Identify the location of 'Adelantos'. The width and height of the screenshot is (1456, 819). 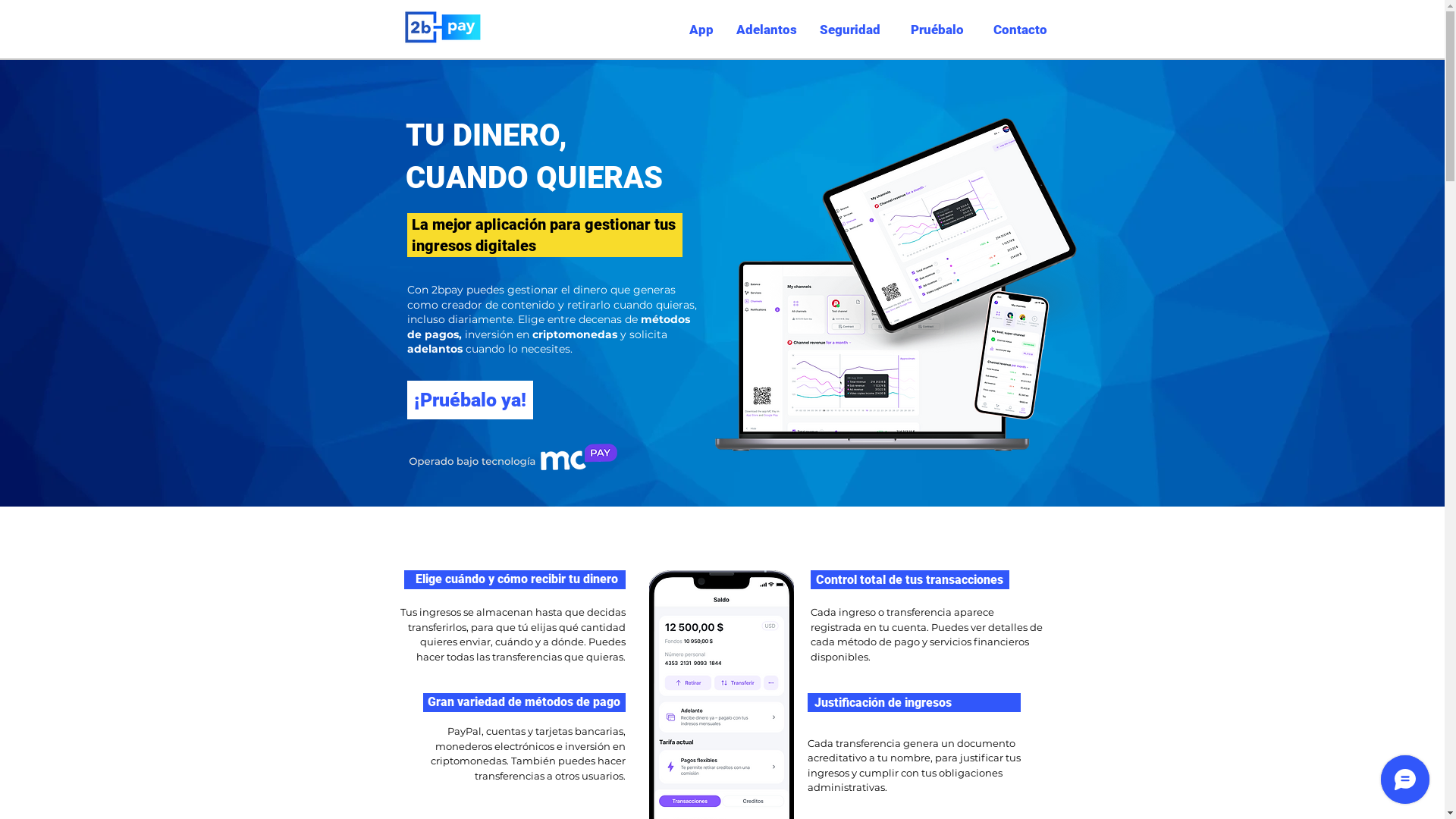
(723, 29).